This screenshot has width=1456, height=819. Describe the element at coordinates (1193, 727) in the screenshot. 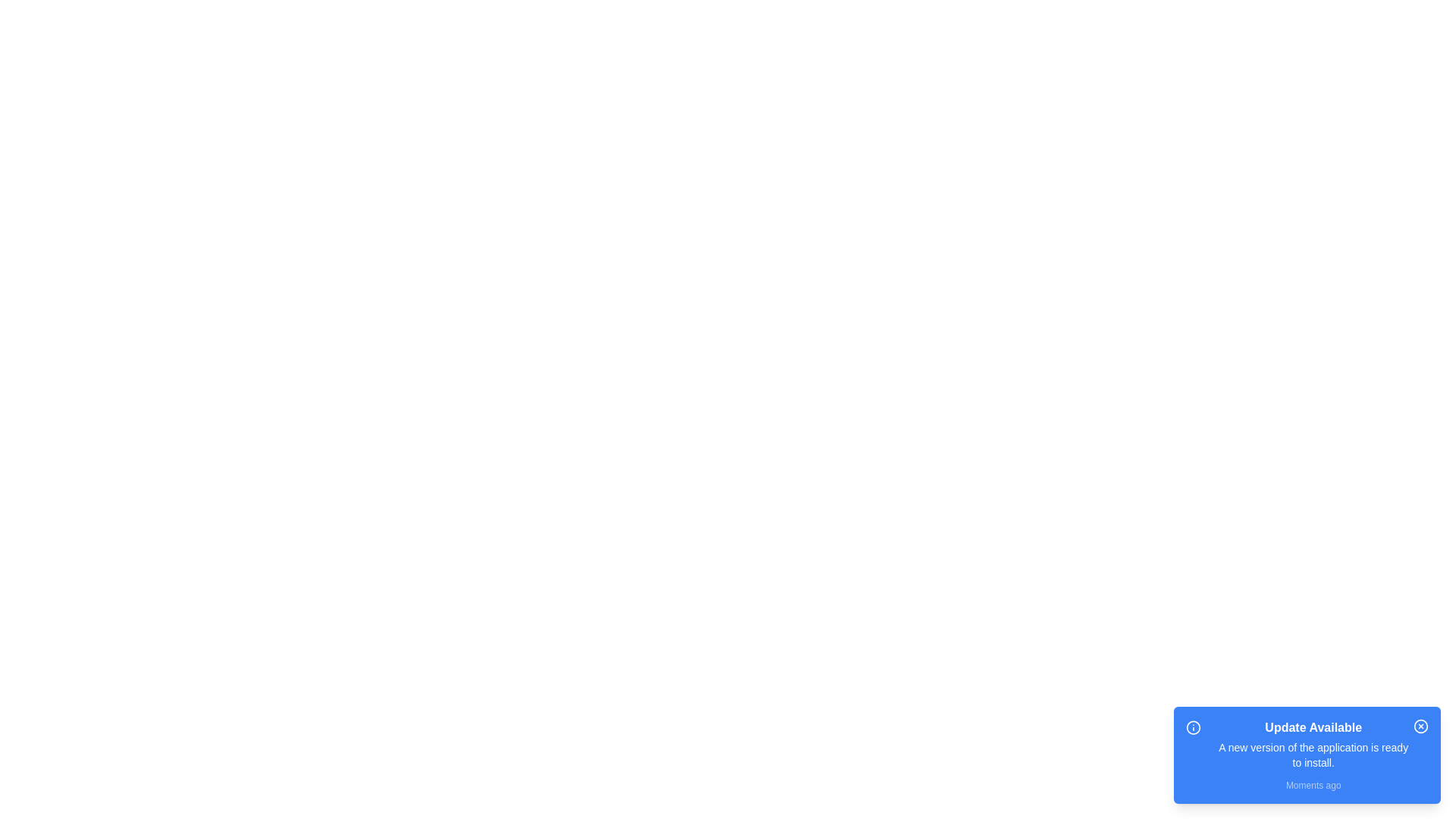

I see `the information icon to inspect it` at that location.